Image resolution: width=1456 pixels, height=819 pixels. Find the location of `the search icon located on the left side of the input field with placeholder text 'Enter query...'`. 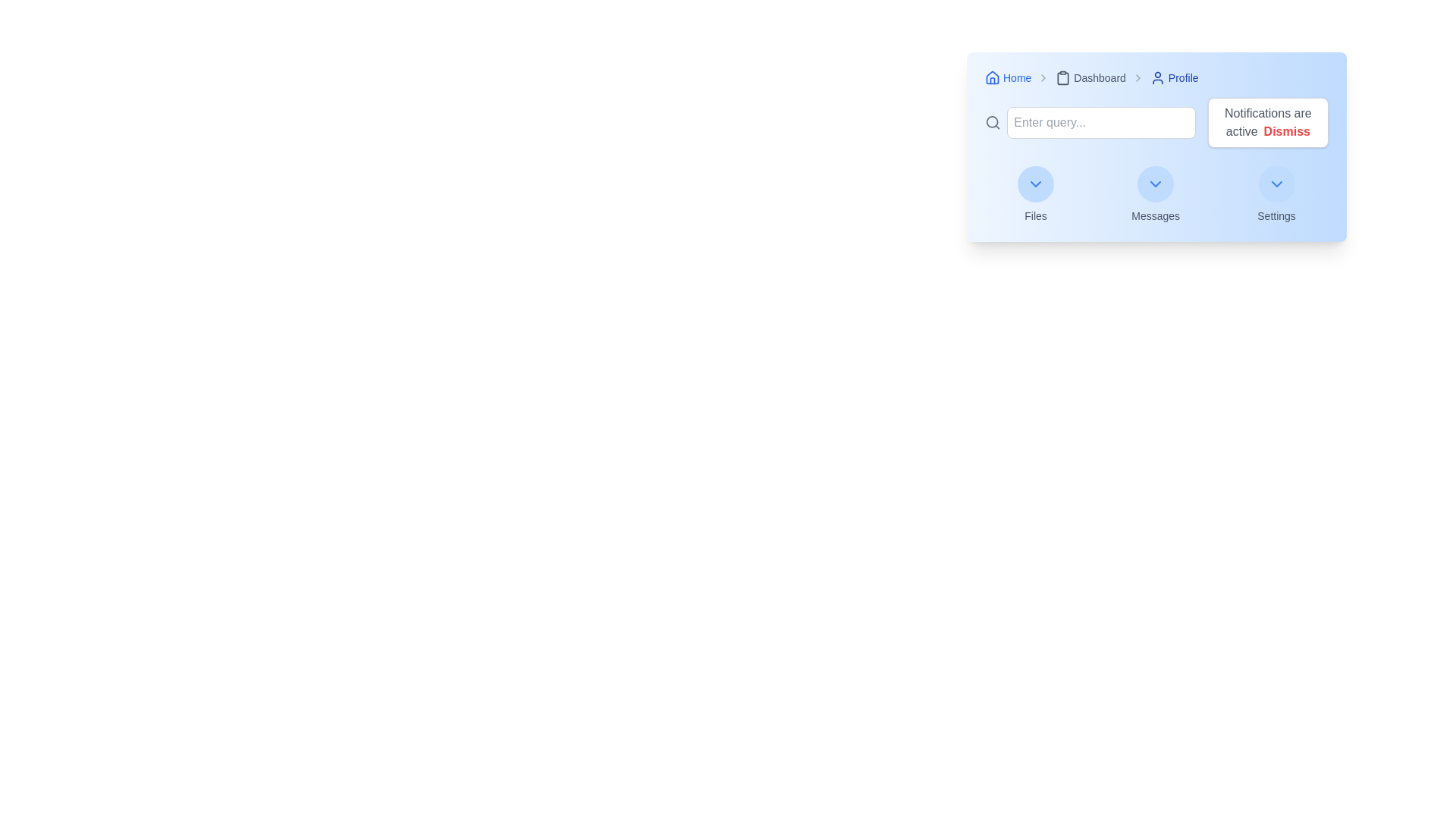

the search icon located on the left side of the input field with placeholder text 'Enter query...' is located at coordinates (993, 122).